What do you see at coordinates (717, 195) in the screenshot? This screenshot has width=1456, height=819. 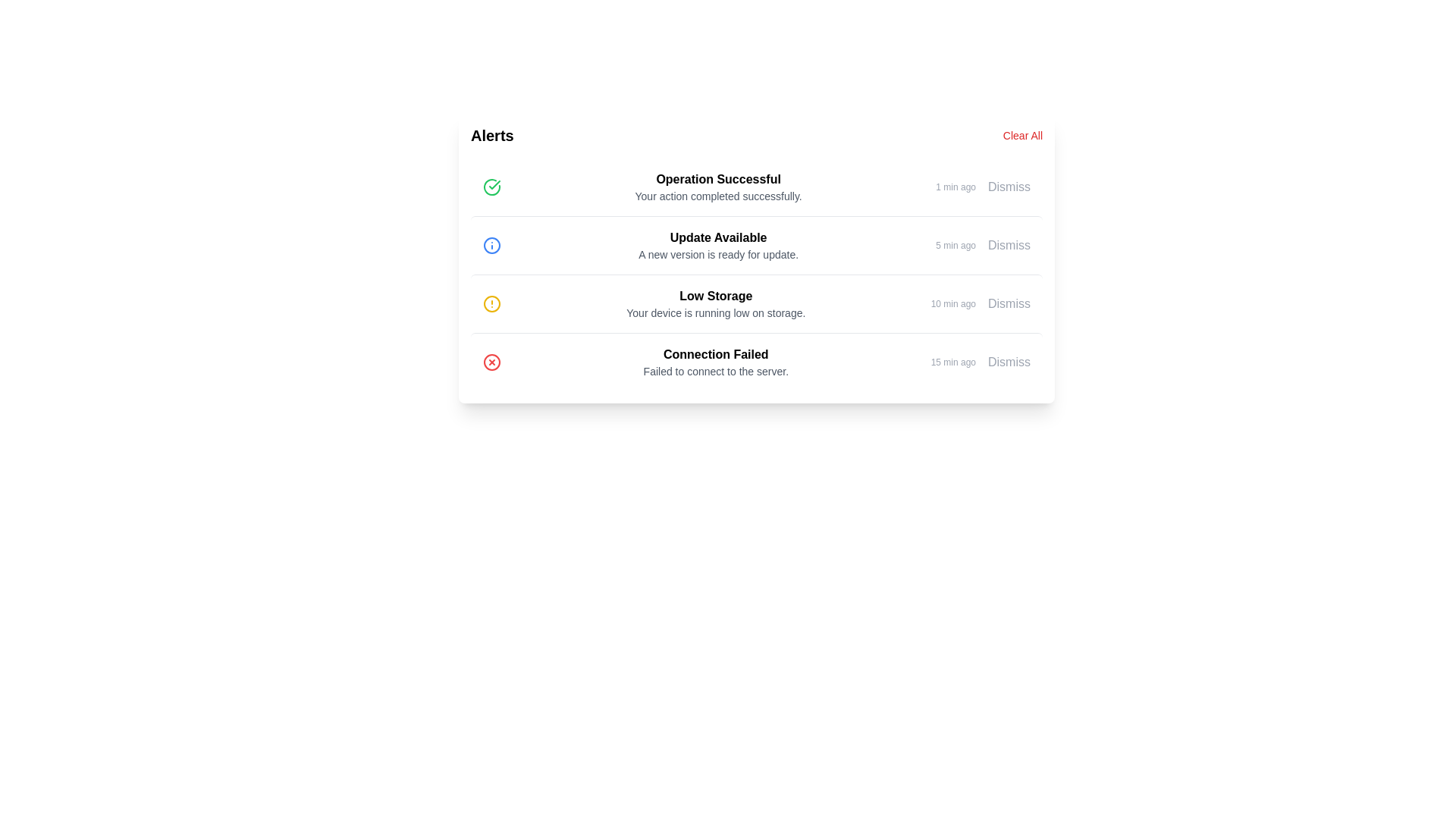 I see `displayed text 'Your action completed successfully.' from the text component located beneath the title 'Operation Successful' in the notification box` at bounding box center [717, 195].